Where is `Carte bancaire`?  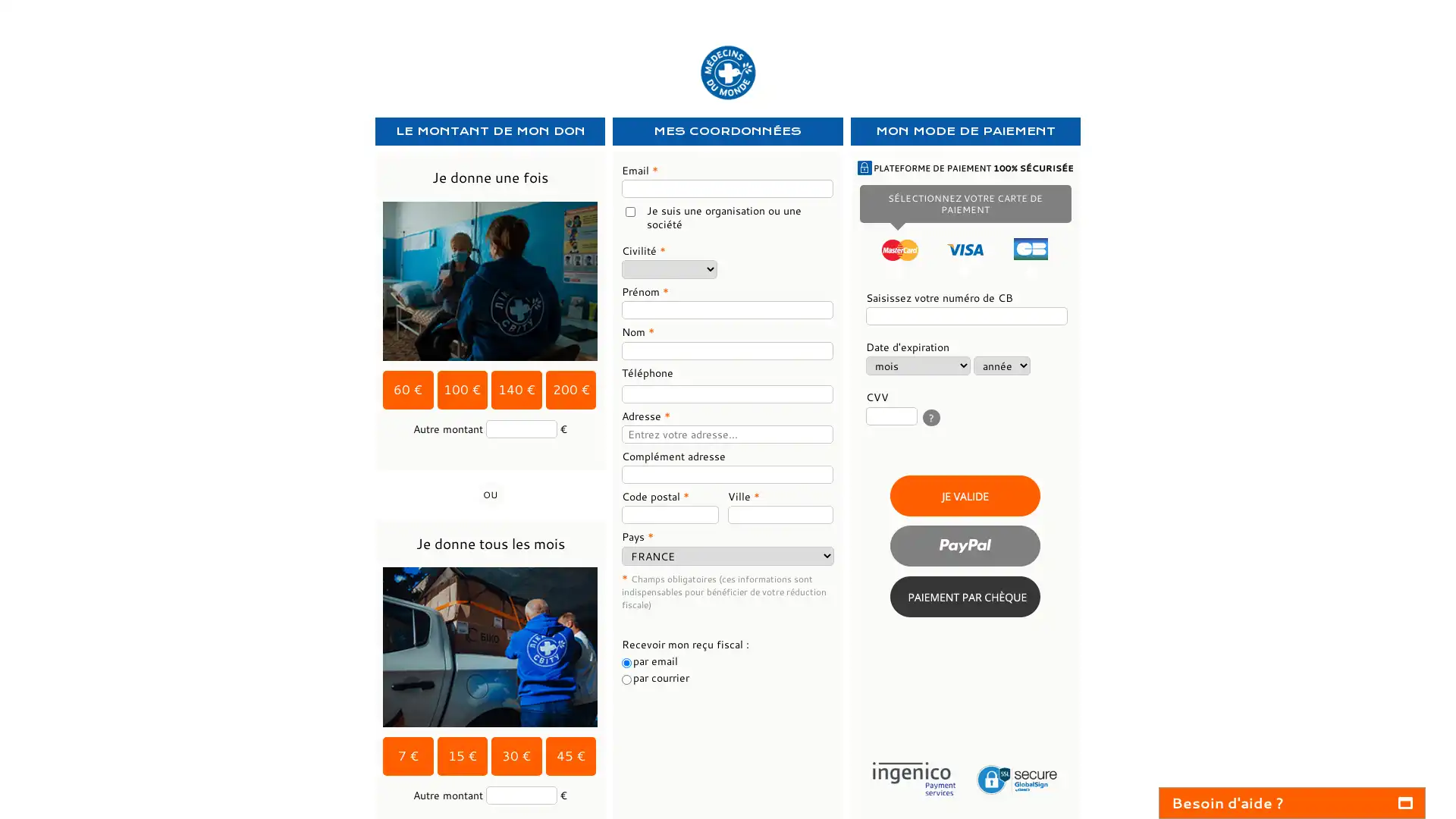 Carte bancaire is located at coordinates (964, 496).